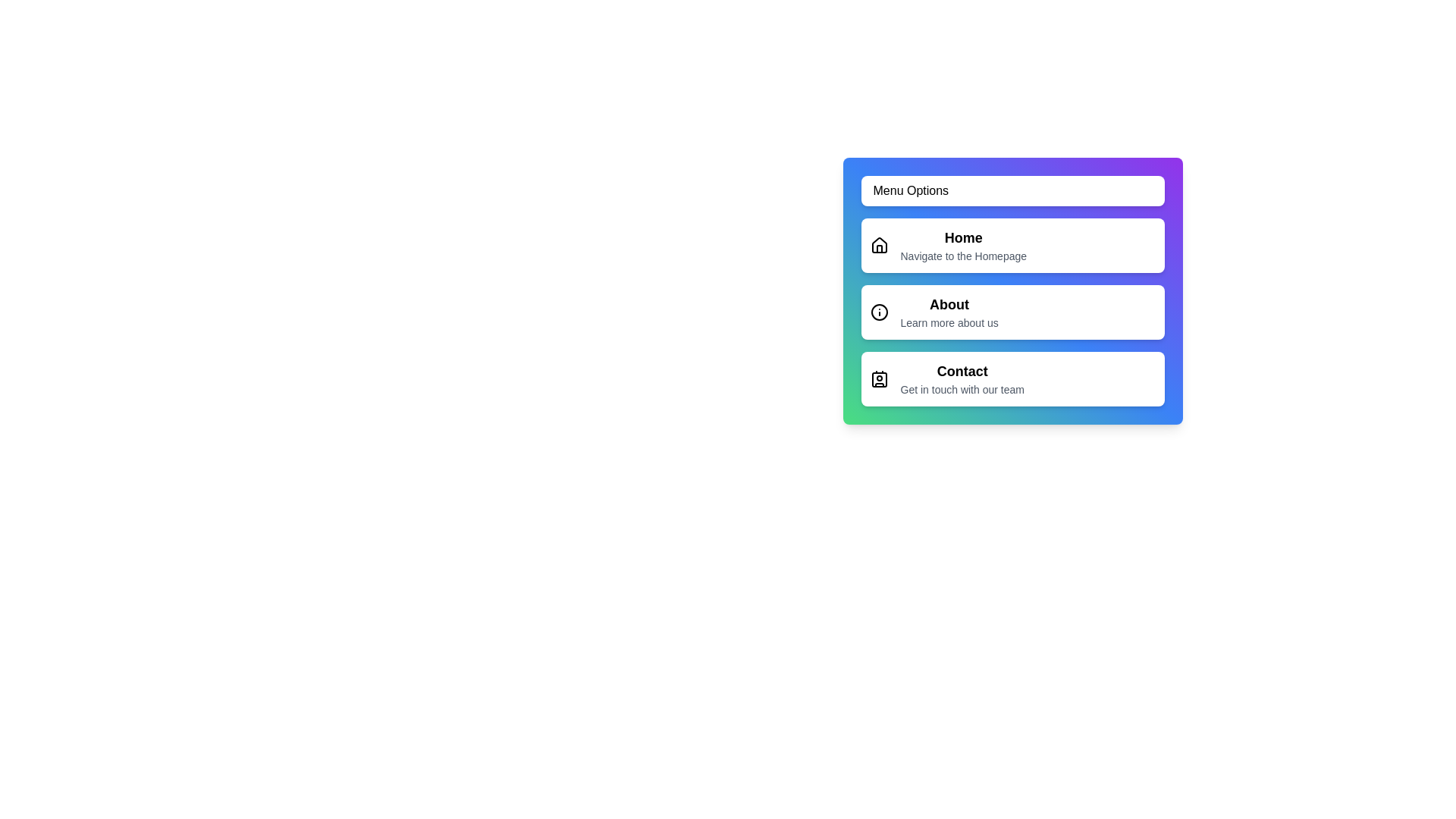 This screenshot has width=1456, height=819. Describe the element at coordinates (1012, 245) in the screenshot. I see `the menu item labeled Home` at that location.